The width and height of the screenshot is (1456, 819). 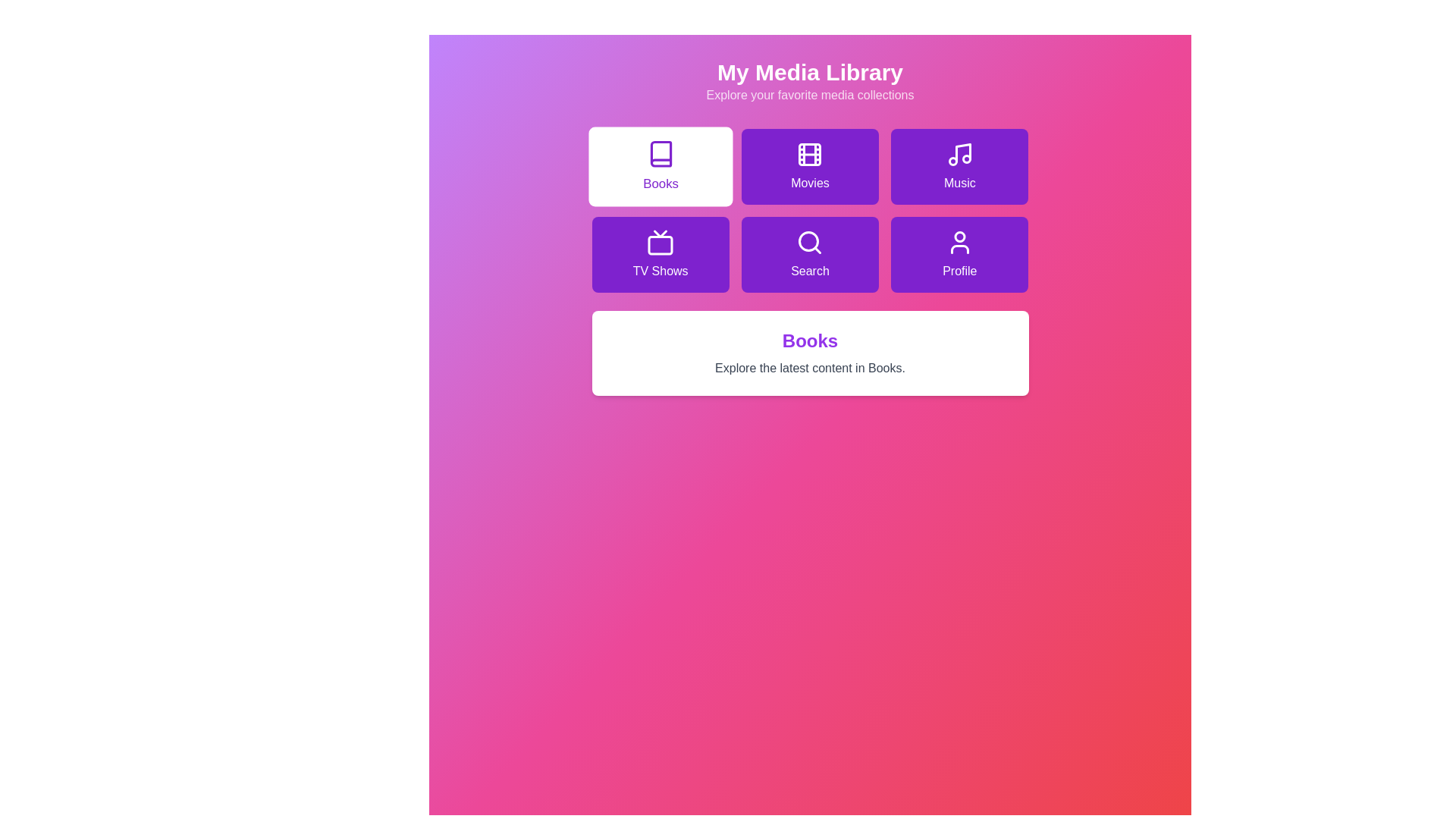 What do you see at coordinates (809, 253) in the screenshot?
I see `the purple 'Search' button with rounded corners that contains a magnifying glass icon and the text 'Search' below it, located in the bottom row of the grid layout` at bounding box center [809, 253].